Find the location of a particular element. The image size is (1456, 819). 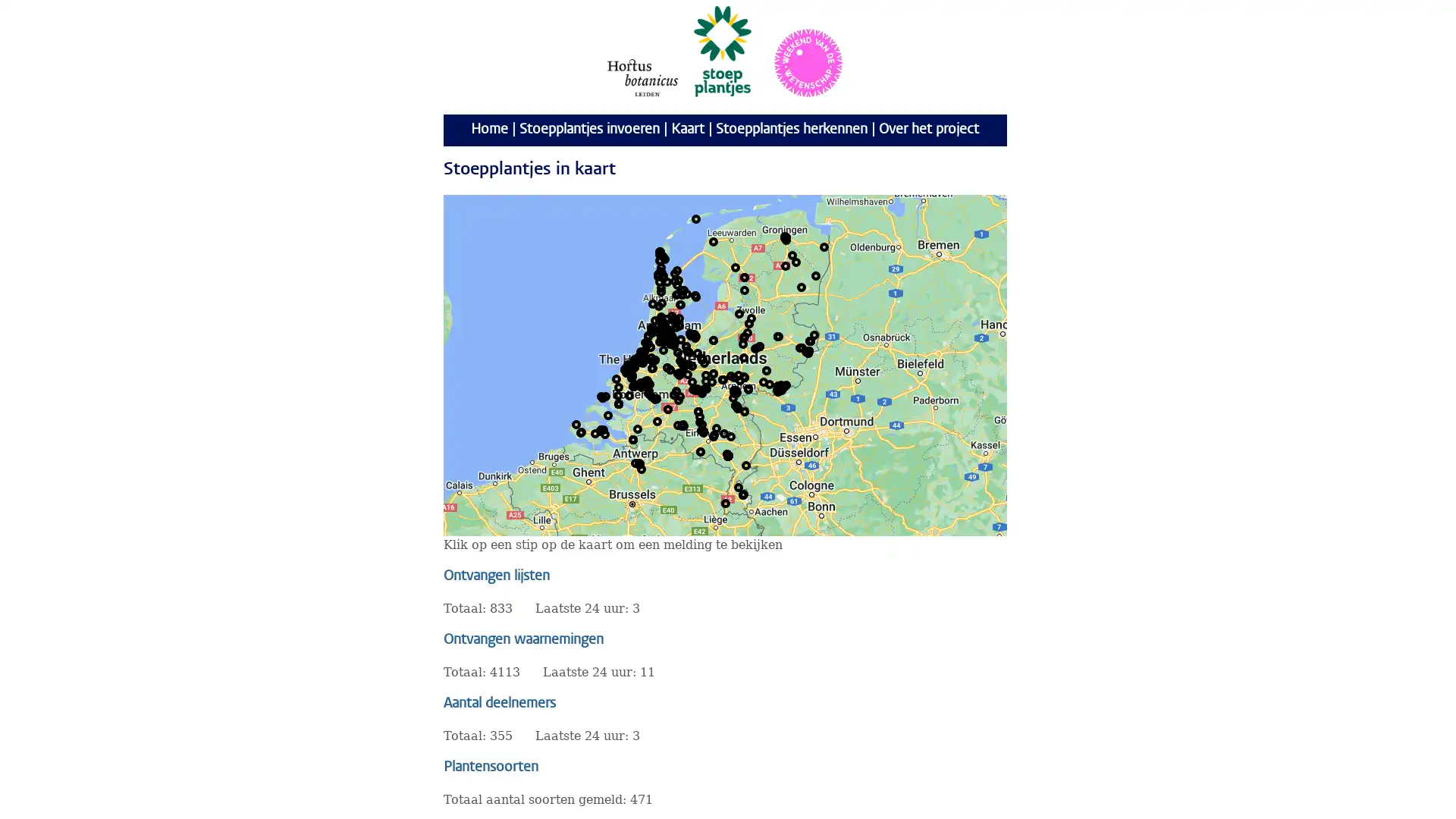

Telling van Natuurclub Natuur om de Hoek Panta Rhei op 14 maart 2022 is located at coordinates (682, 425).